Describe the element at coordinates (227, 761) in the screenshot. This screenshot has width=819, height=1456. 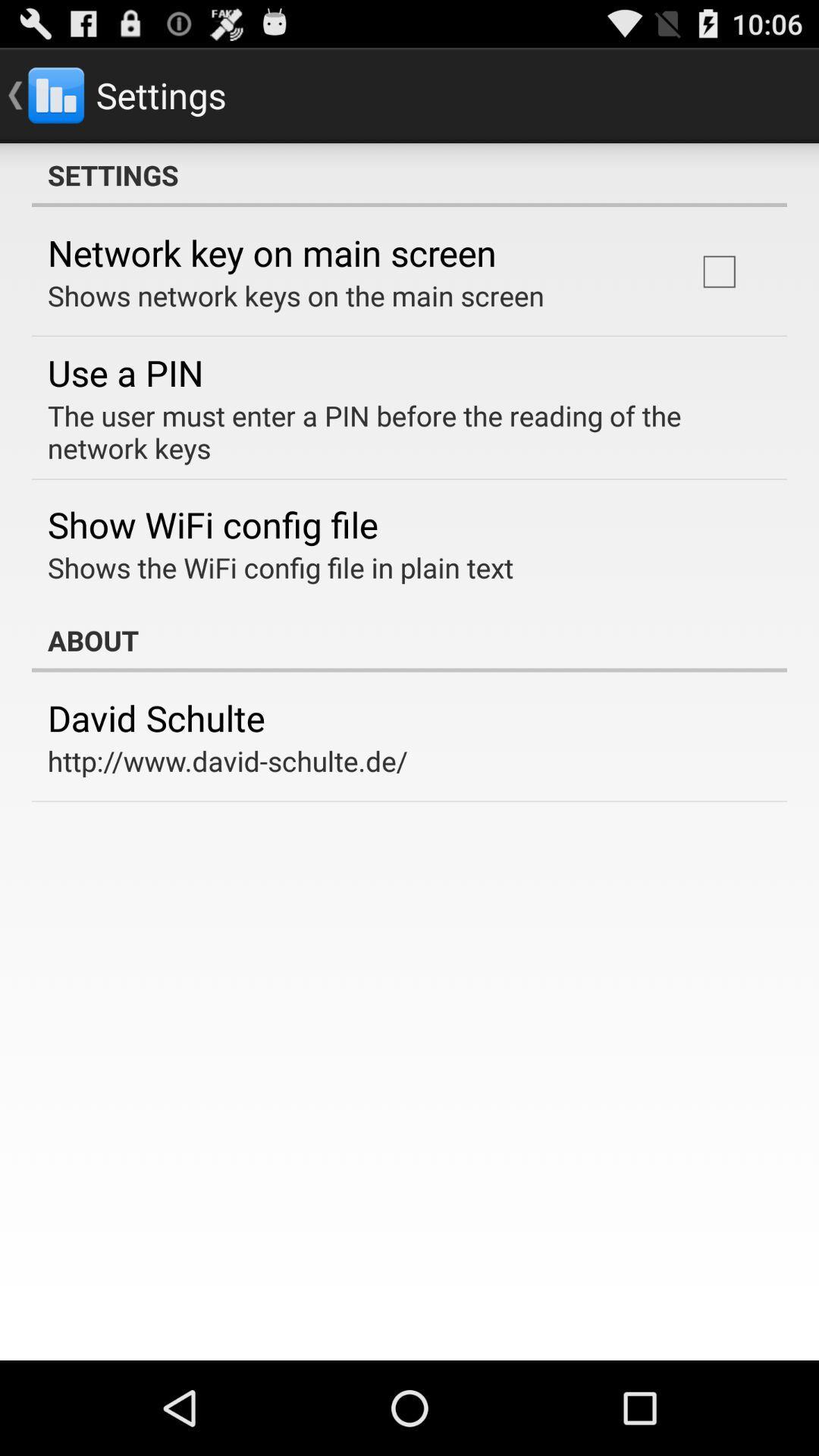
I see `app below david schulte app` at that location.